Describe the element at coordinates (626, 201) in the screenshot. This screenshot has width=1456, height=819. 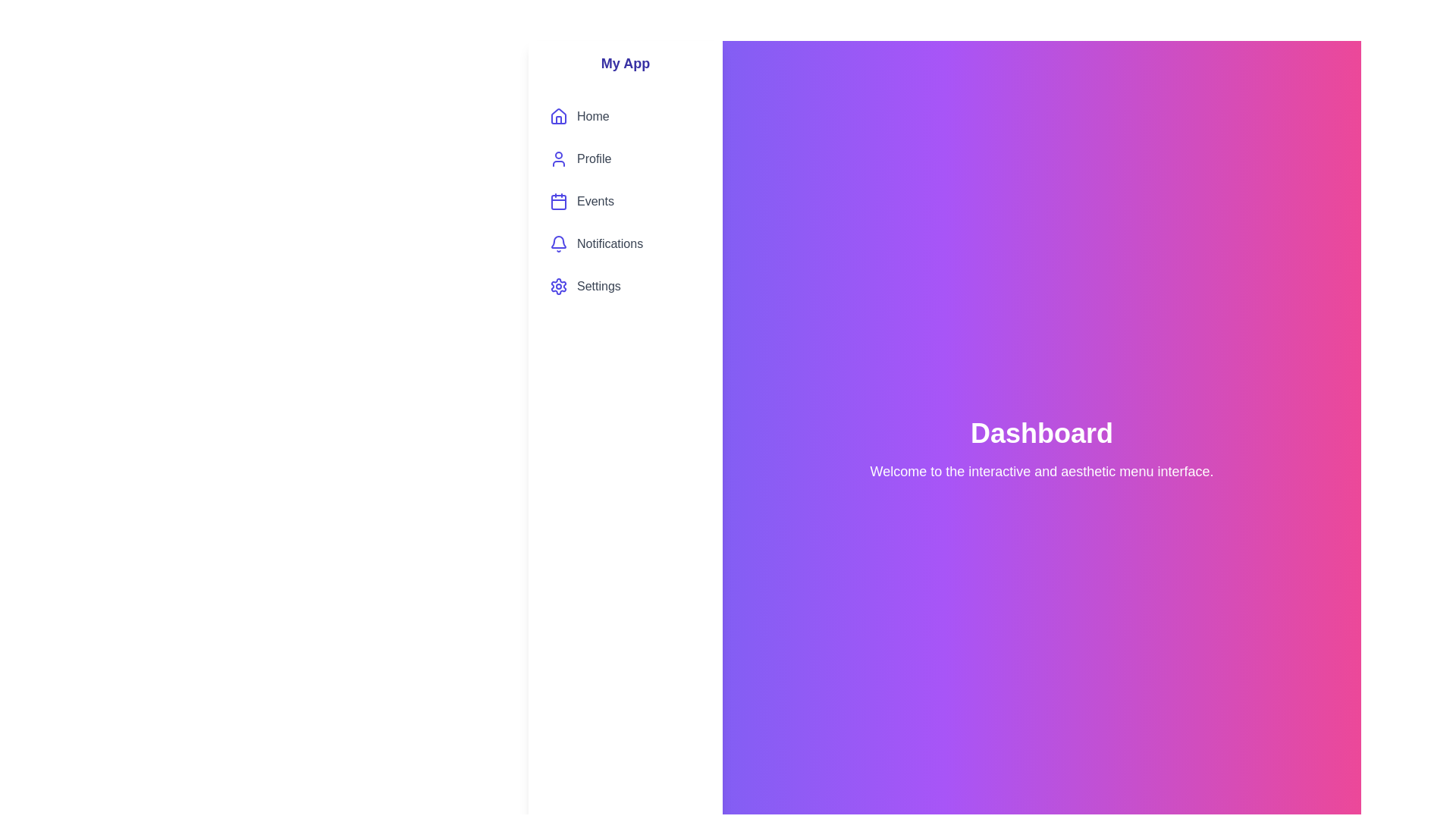
I see `the menu item labeled Events to preview its hover state` at that location.